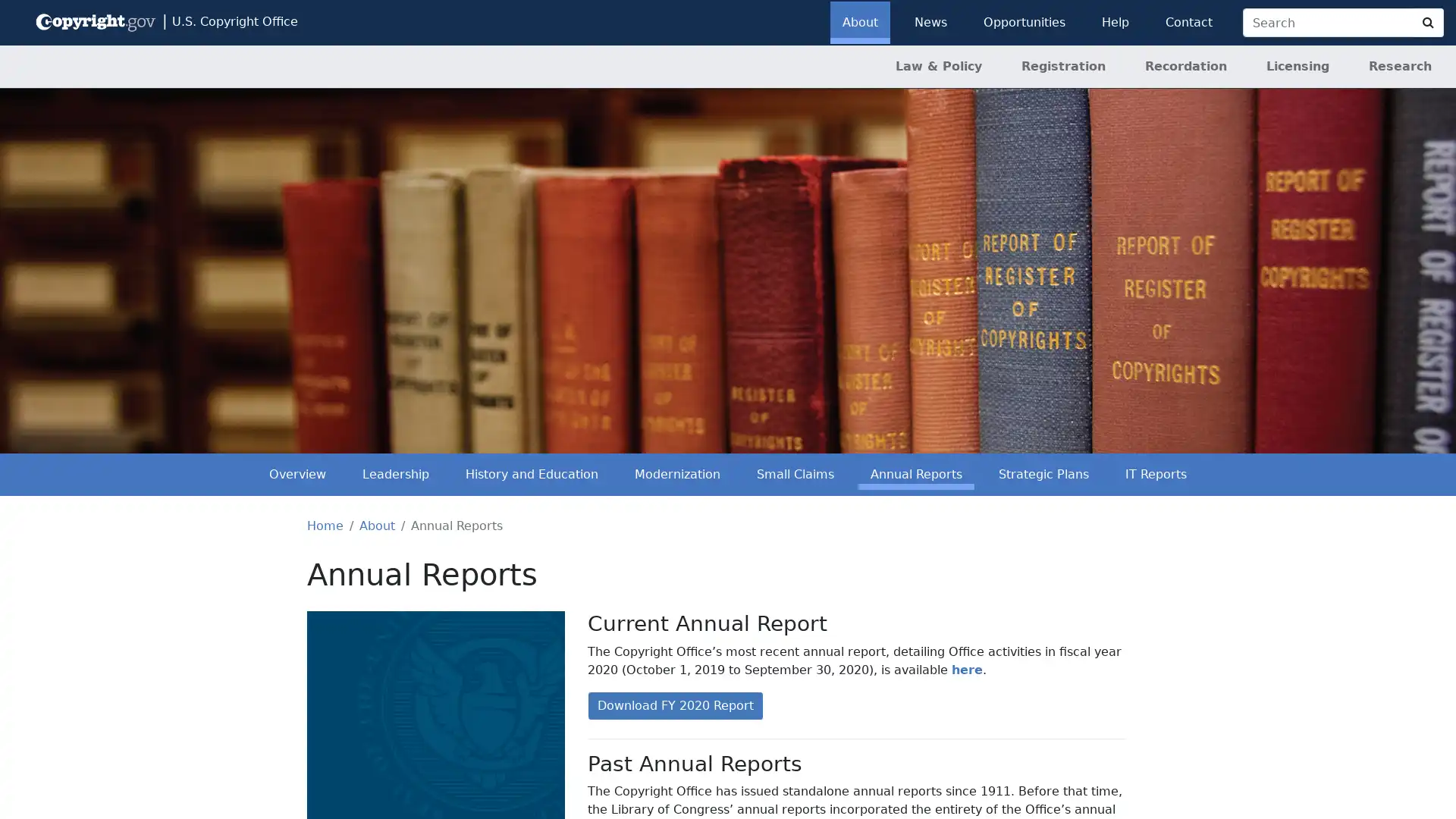  I want to click on Download FY 2020 Report, so click(675, 704).